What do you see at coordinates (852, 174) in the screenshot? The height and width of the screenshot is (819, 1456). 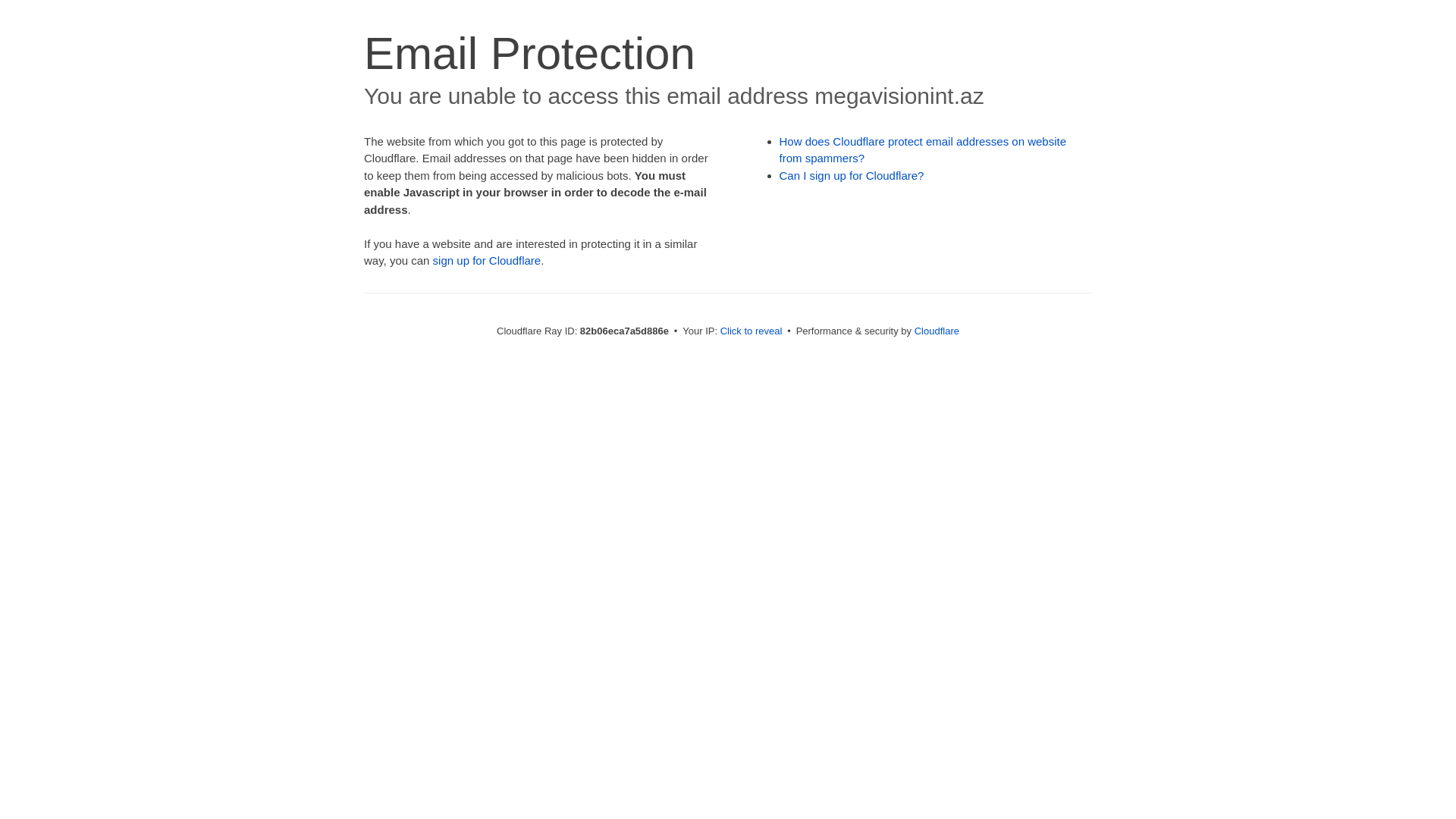 I see `'Can I sign up for Cloudflare?'` at bounding box center [852, 174].